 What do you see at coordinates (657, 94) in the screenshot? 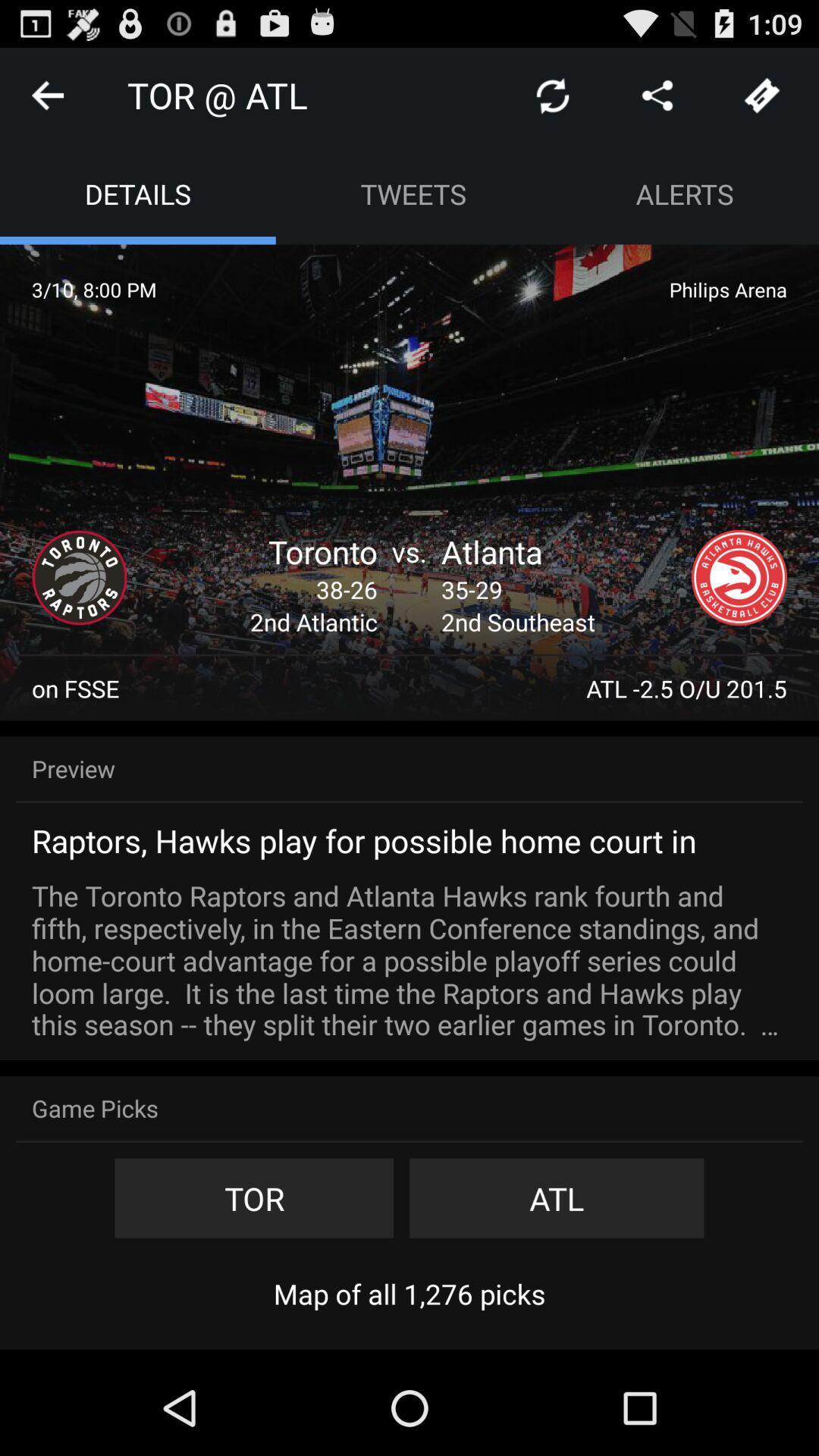
I see `share the article` at bounding box center [657, 94].